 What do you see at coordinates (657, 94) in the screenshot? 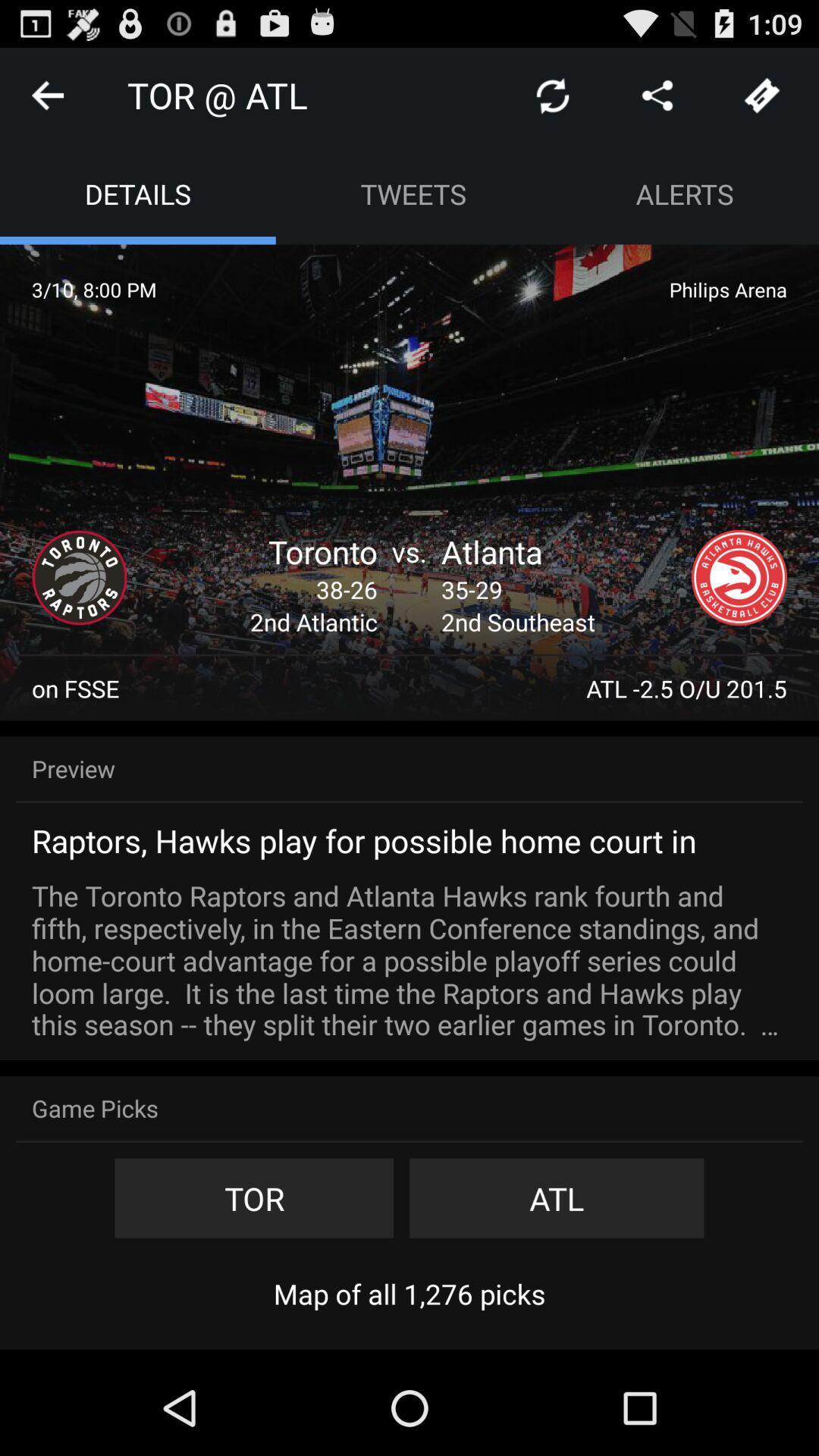
I see `share the article` at bounding box center [657, 94].